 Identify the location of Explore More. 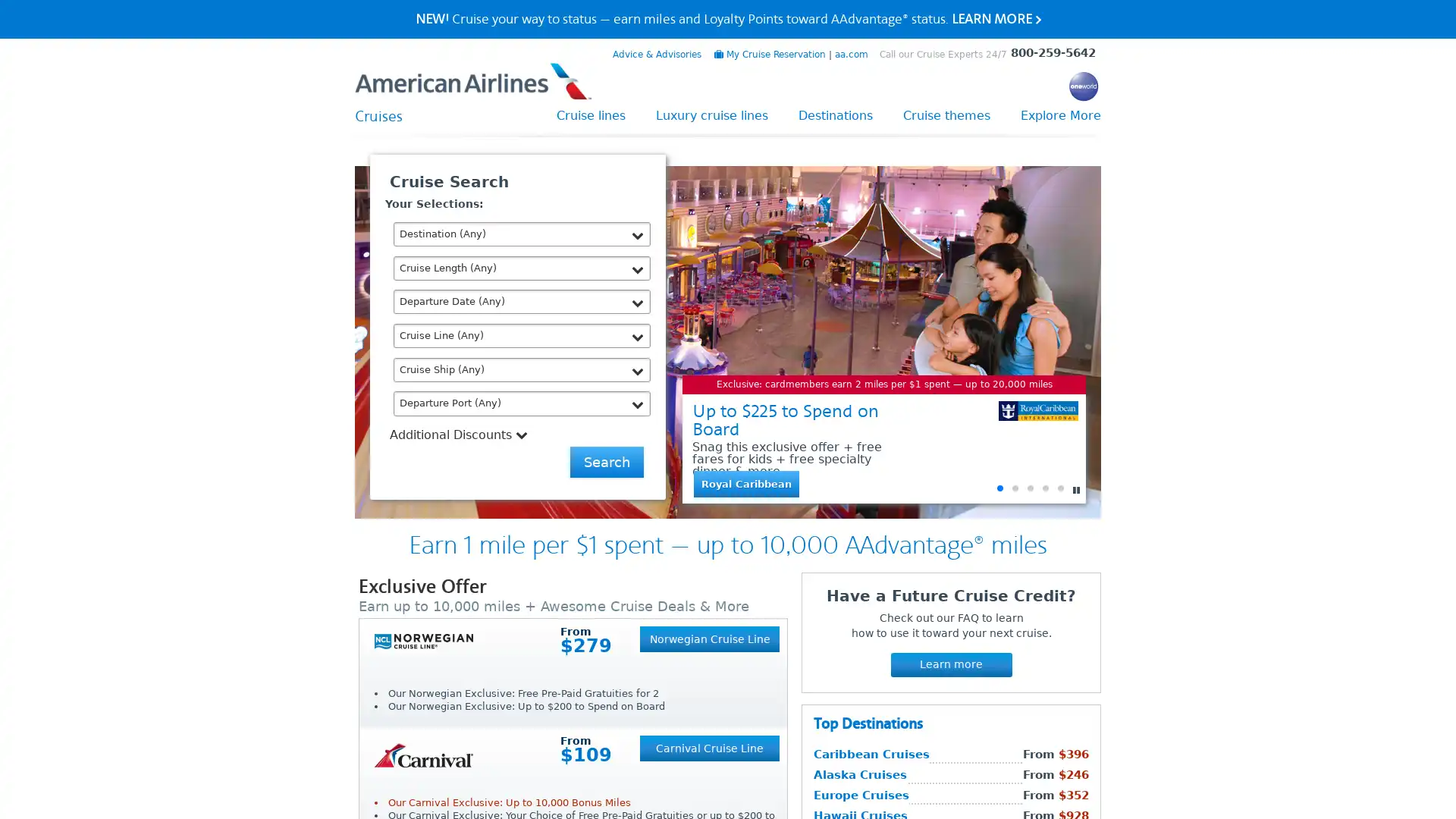
(1059, 114).